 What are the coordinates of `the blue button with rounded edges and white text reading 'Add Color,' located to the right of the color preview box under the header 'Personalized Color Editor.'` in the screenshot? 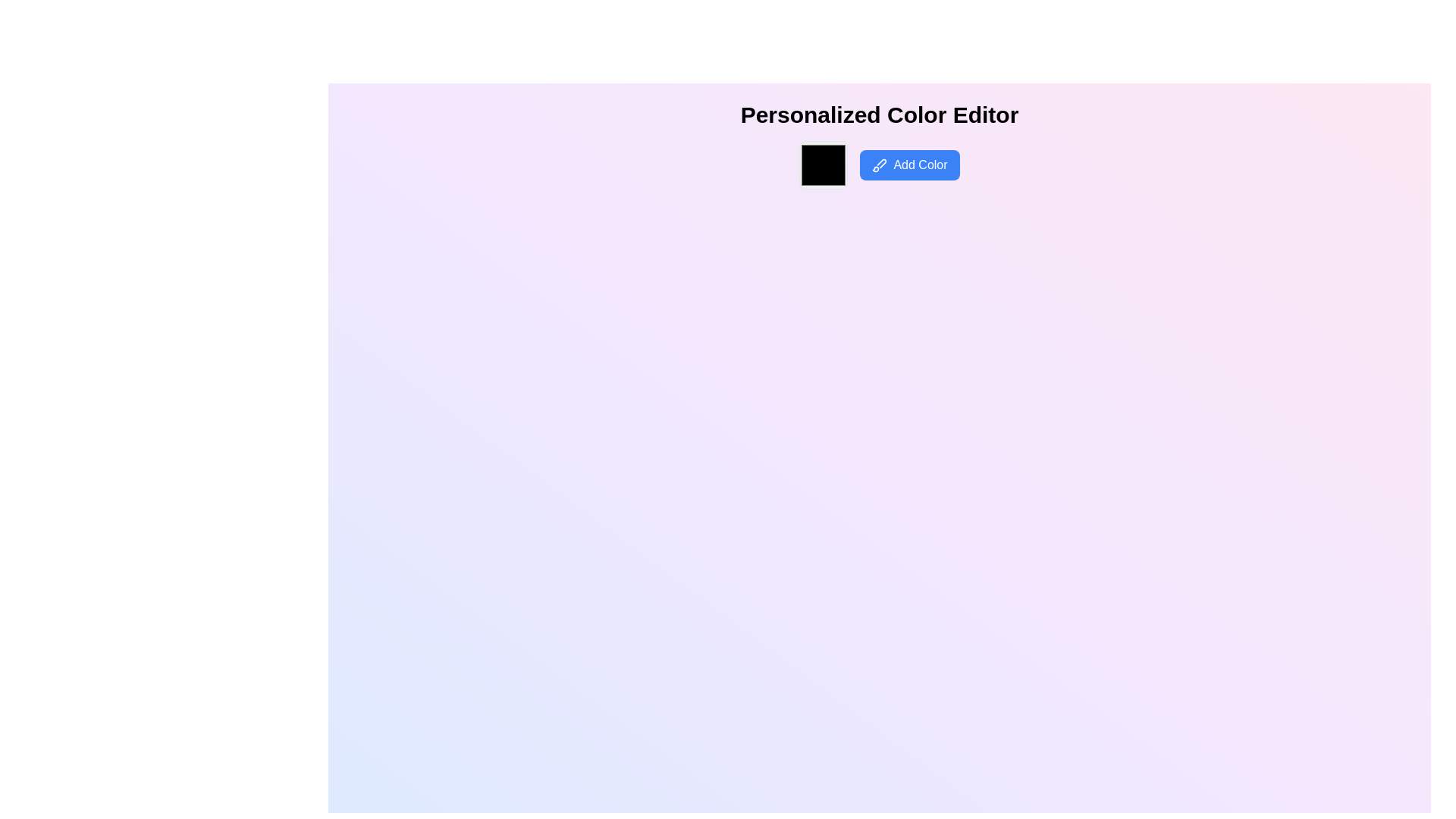 It's located at (880, 171).